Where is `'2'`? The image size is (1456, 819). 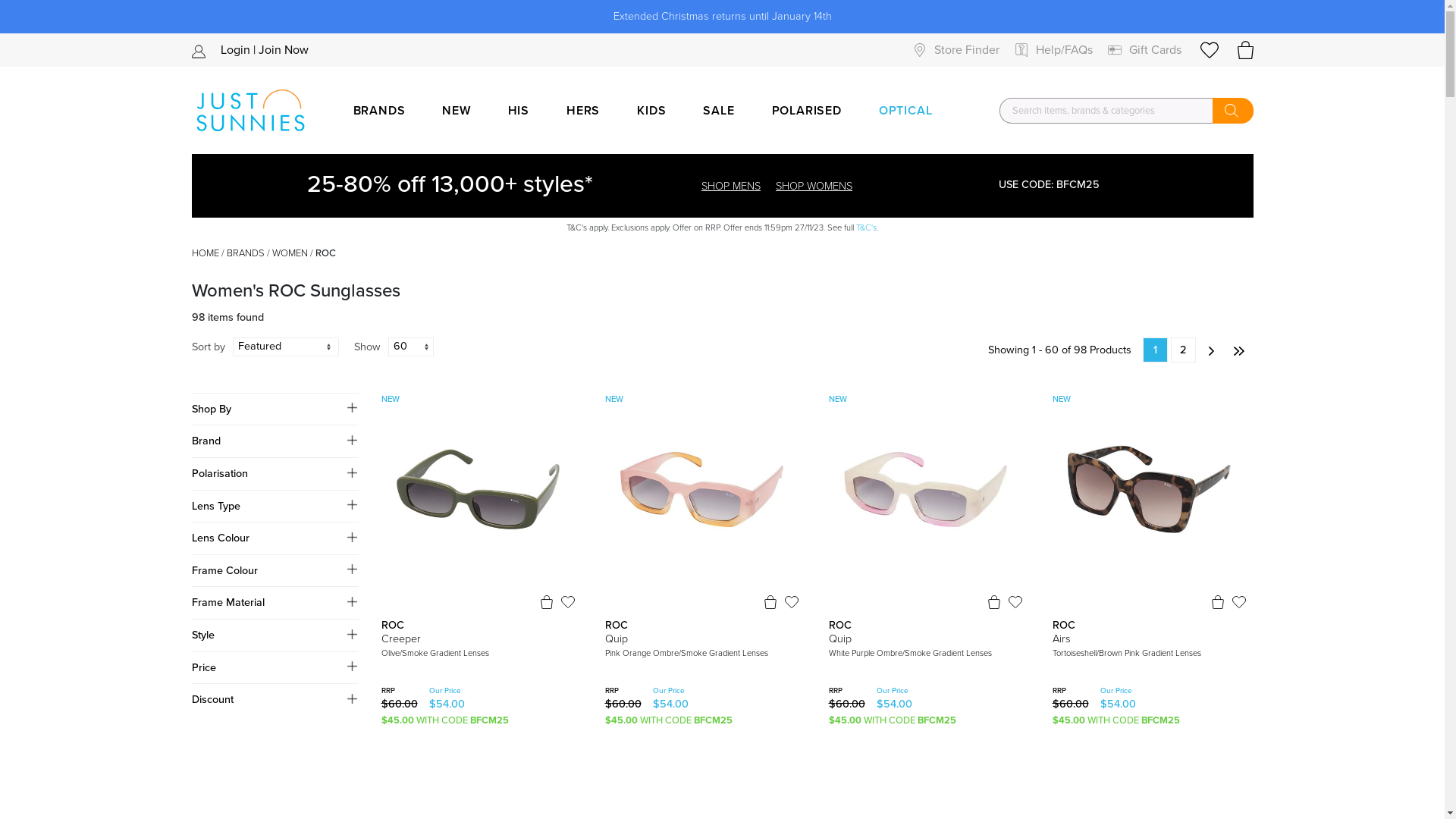
'2' is located at coordinates (1170, 350).